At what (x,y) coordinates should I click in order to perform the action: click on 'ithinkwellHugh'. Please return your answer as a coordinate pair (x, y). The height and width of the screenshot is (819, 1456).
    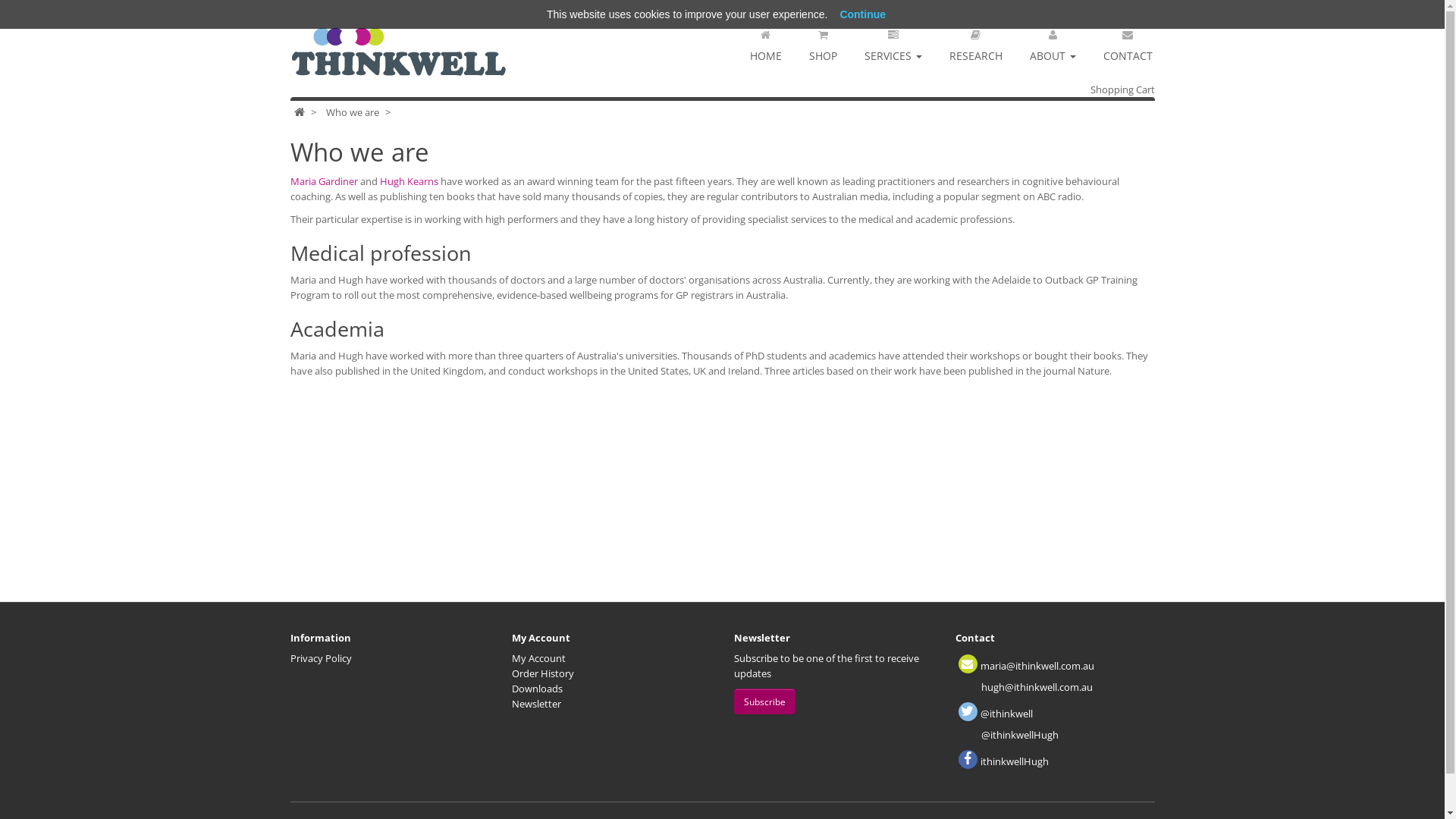
    Looking at the image, I should click on (1015, 761).